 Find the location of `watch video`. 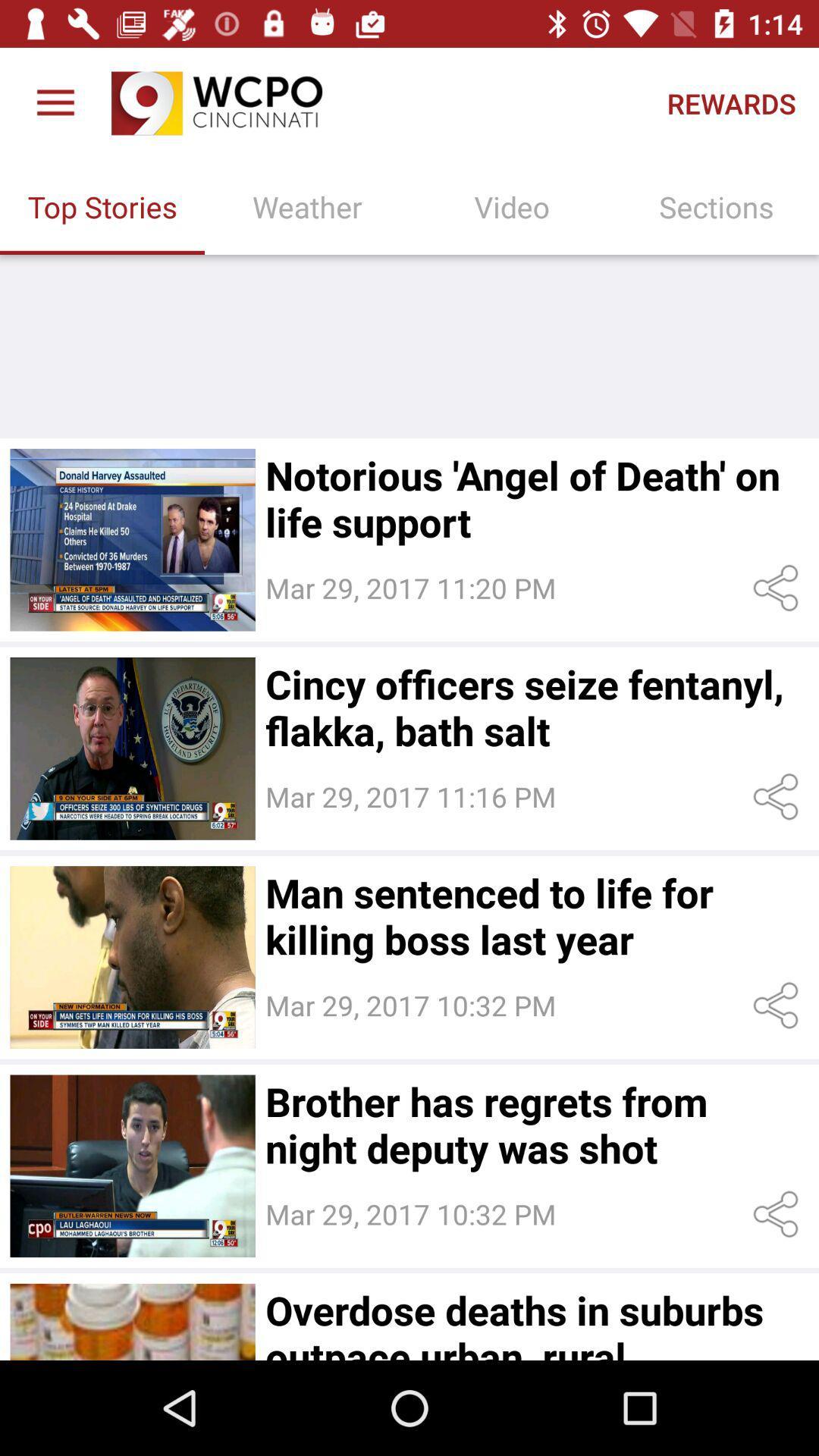

watch video is located at coordinates (132, 748).